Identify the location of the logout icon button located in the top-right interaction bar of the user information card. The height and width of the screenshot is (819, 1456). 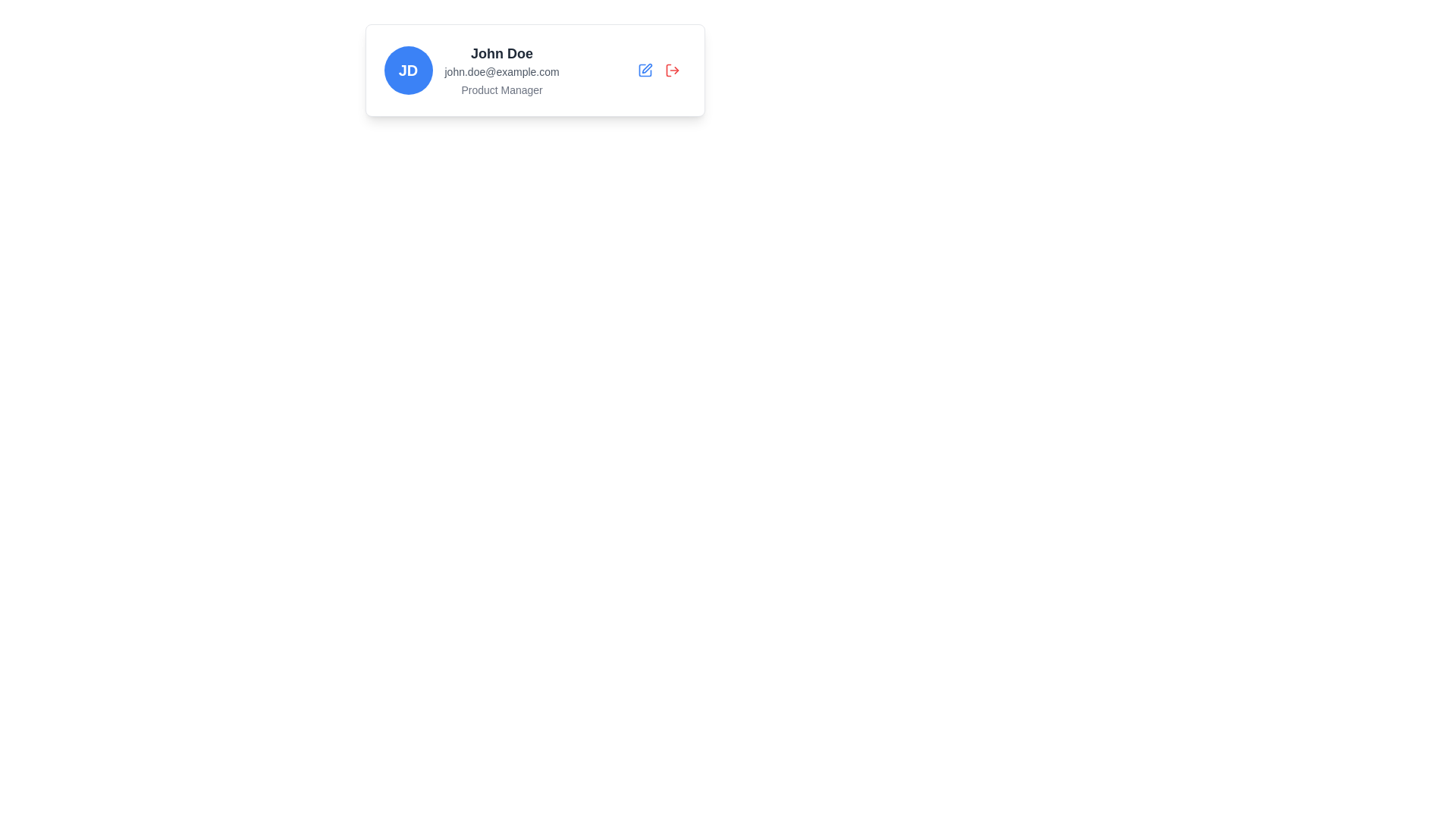
(671, 70).